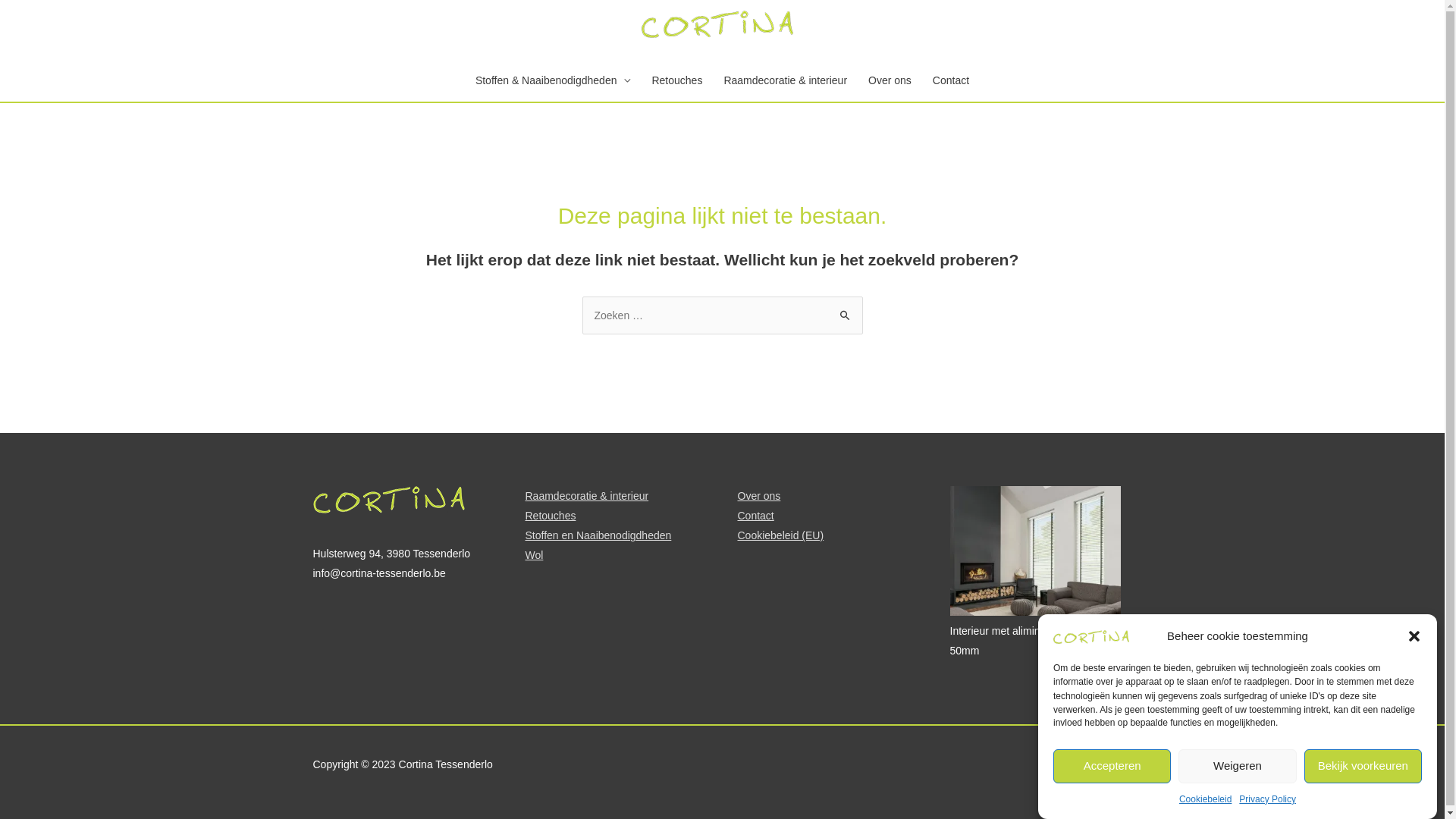 This screenshot has height=819, width=1456. What do you see at coordinates (890, 80) in the screenshot?
I see `'Over ons'` at bounding box center [890, 80].